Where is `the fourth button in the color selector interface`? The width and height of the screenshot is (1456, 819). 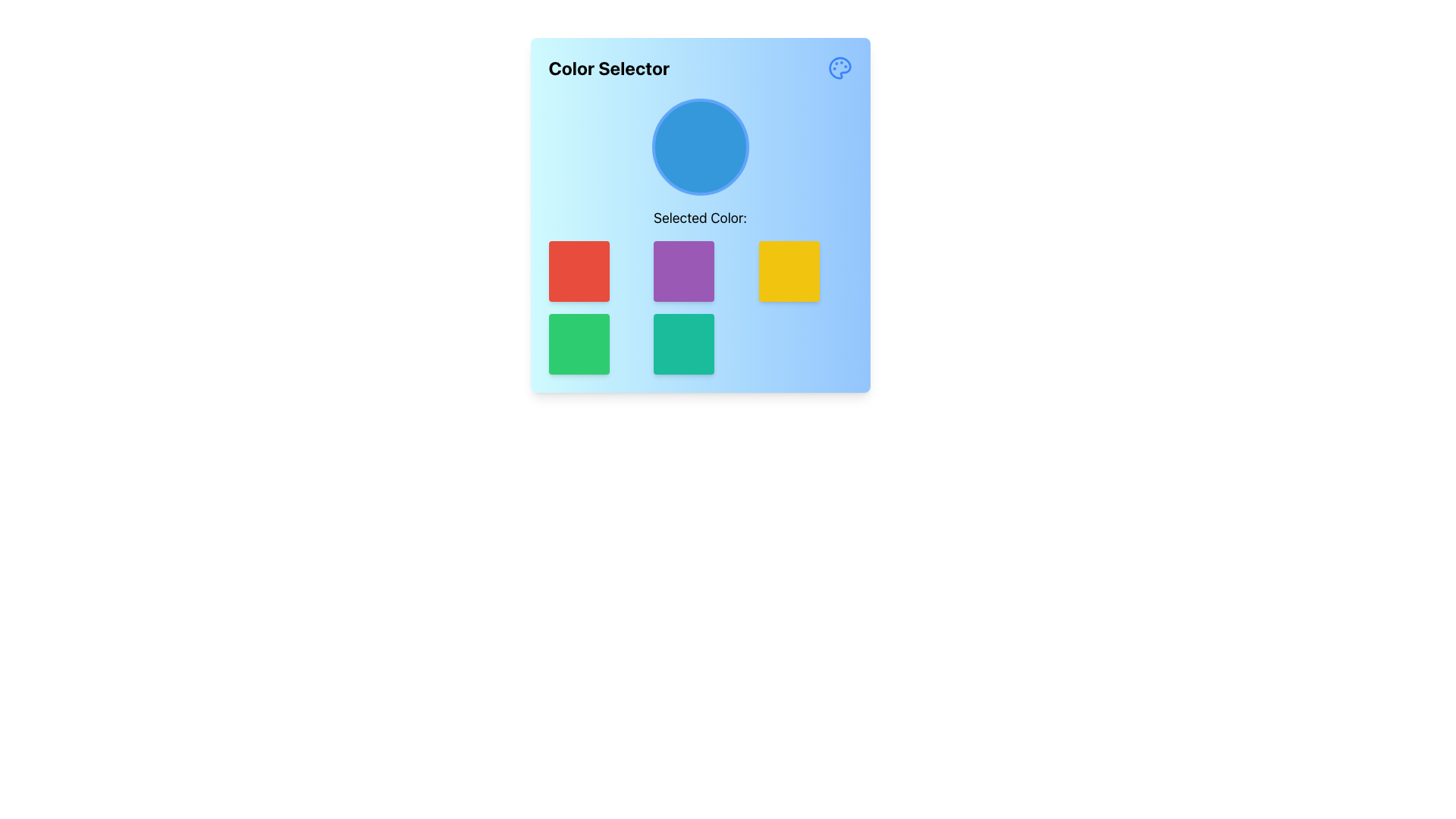 the fourth button in the color selector interface is located at coordinates (789, 271).